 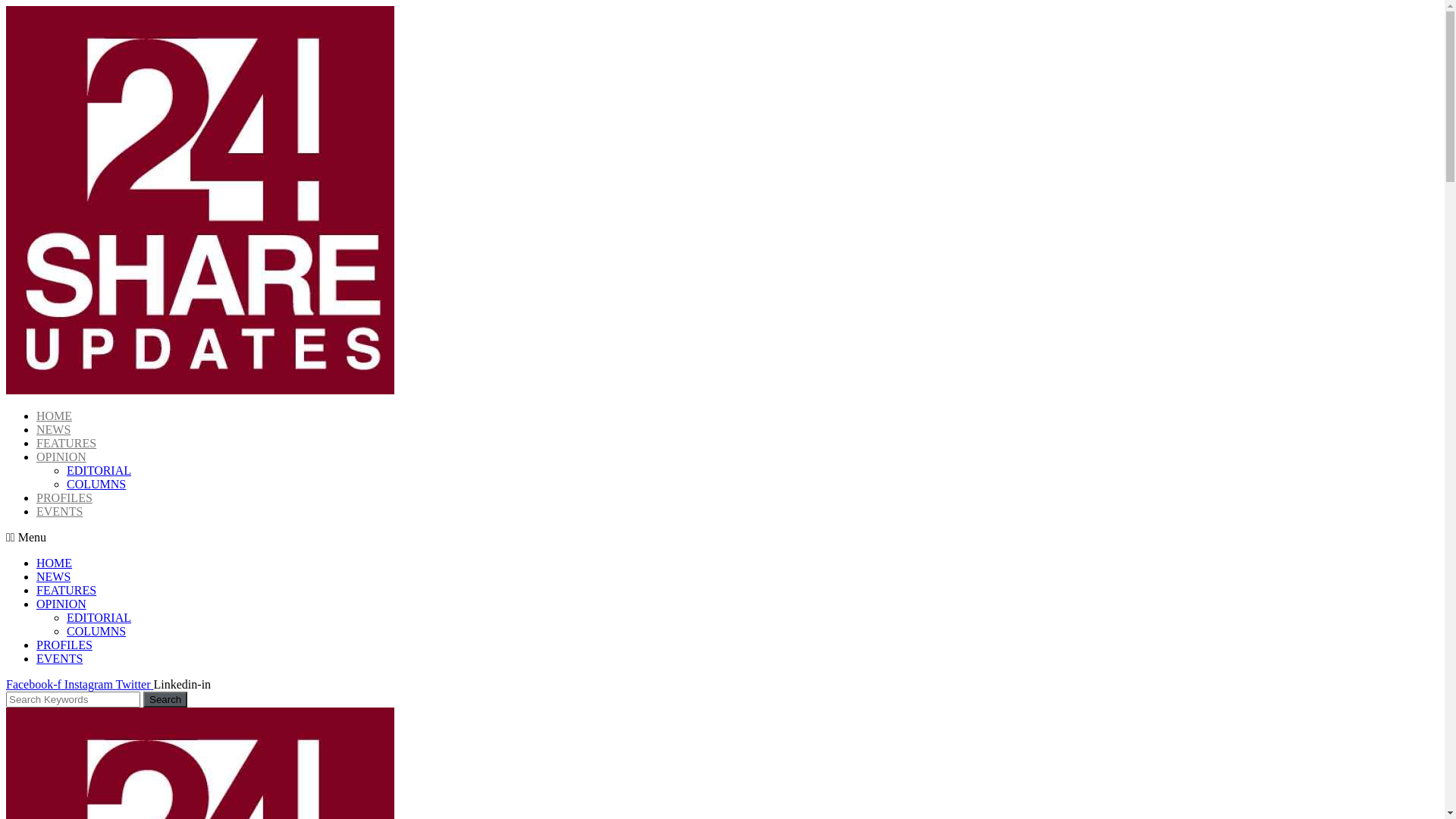 What do you see at coordinates (64, 497) in the screenshot?
I see `'PROFILES'` at bounding box center [64, 497].